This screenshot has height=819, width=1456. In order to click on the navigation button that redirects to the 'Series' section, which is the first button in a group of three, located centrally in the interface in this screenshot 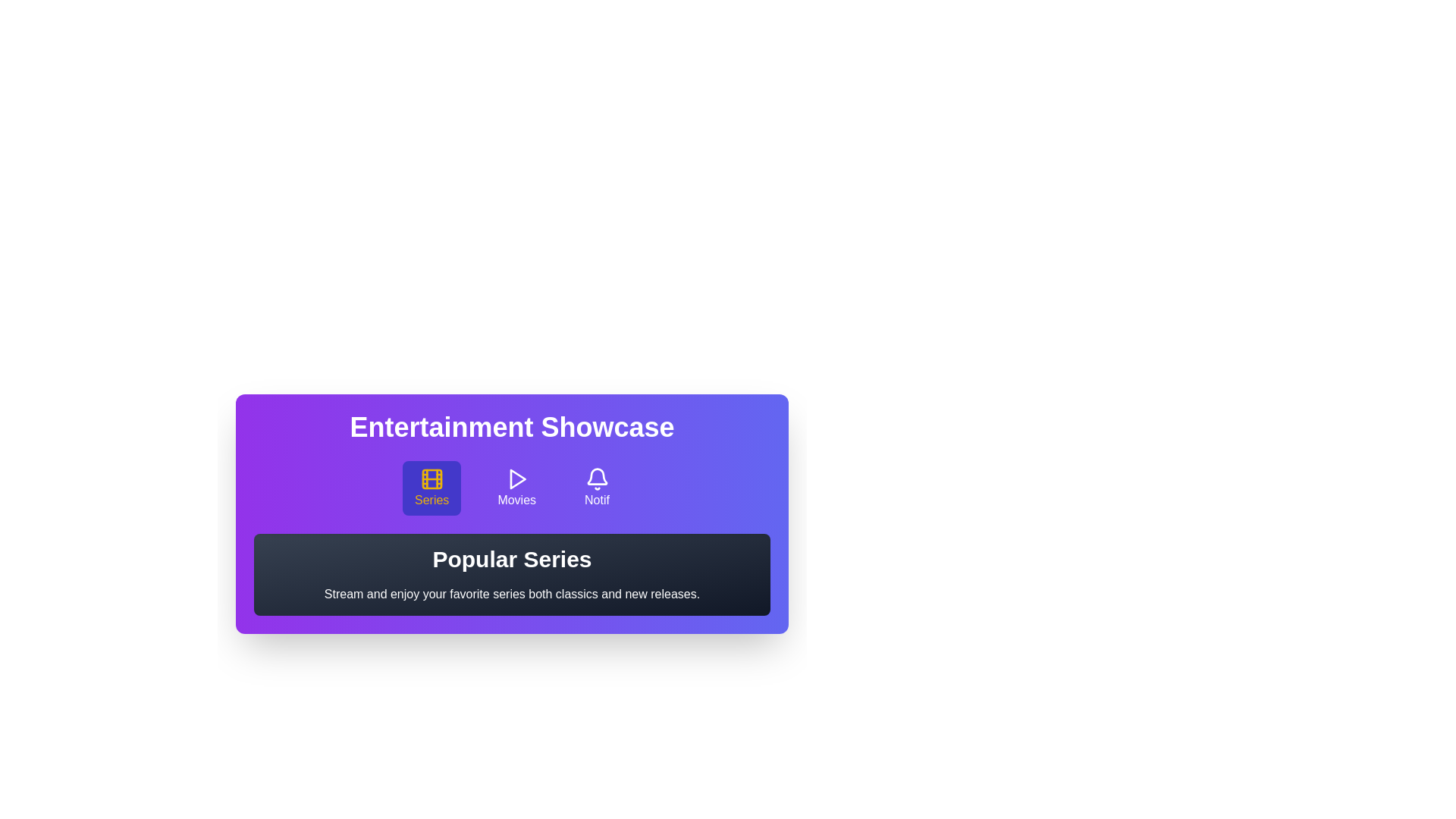, I will do `click(431, 488)`.